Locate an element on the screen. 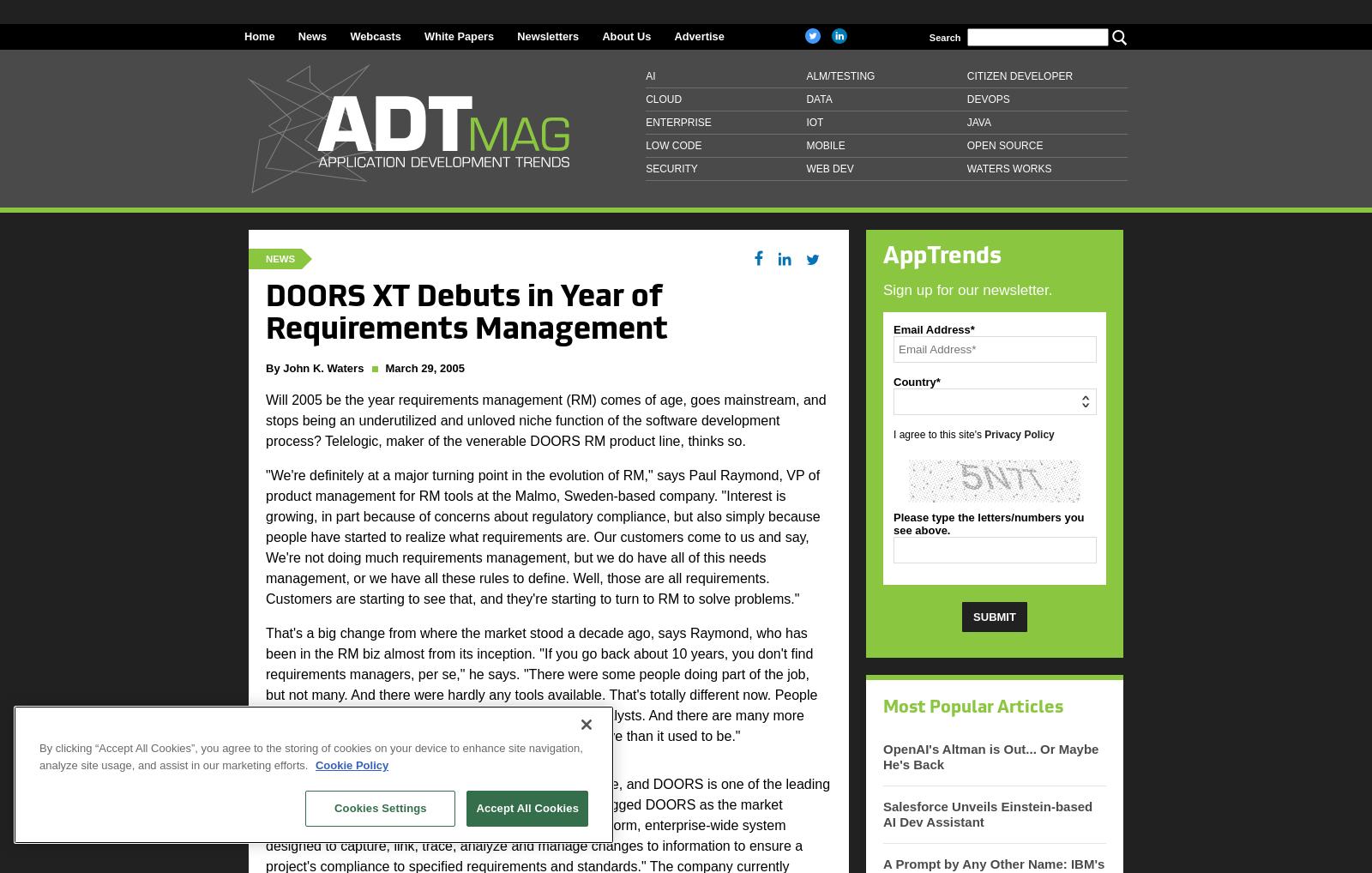 This screenshot has height=873, width=1372. 'Webcasts' is located at coordinates (374, 35).